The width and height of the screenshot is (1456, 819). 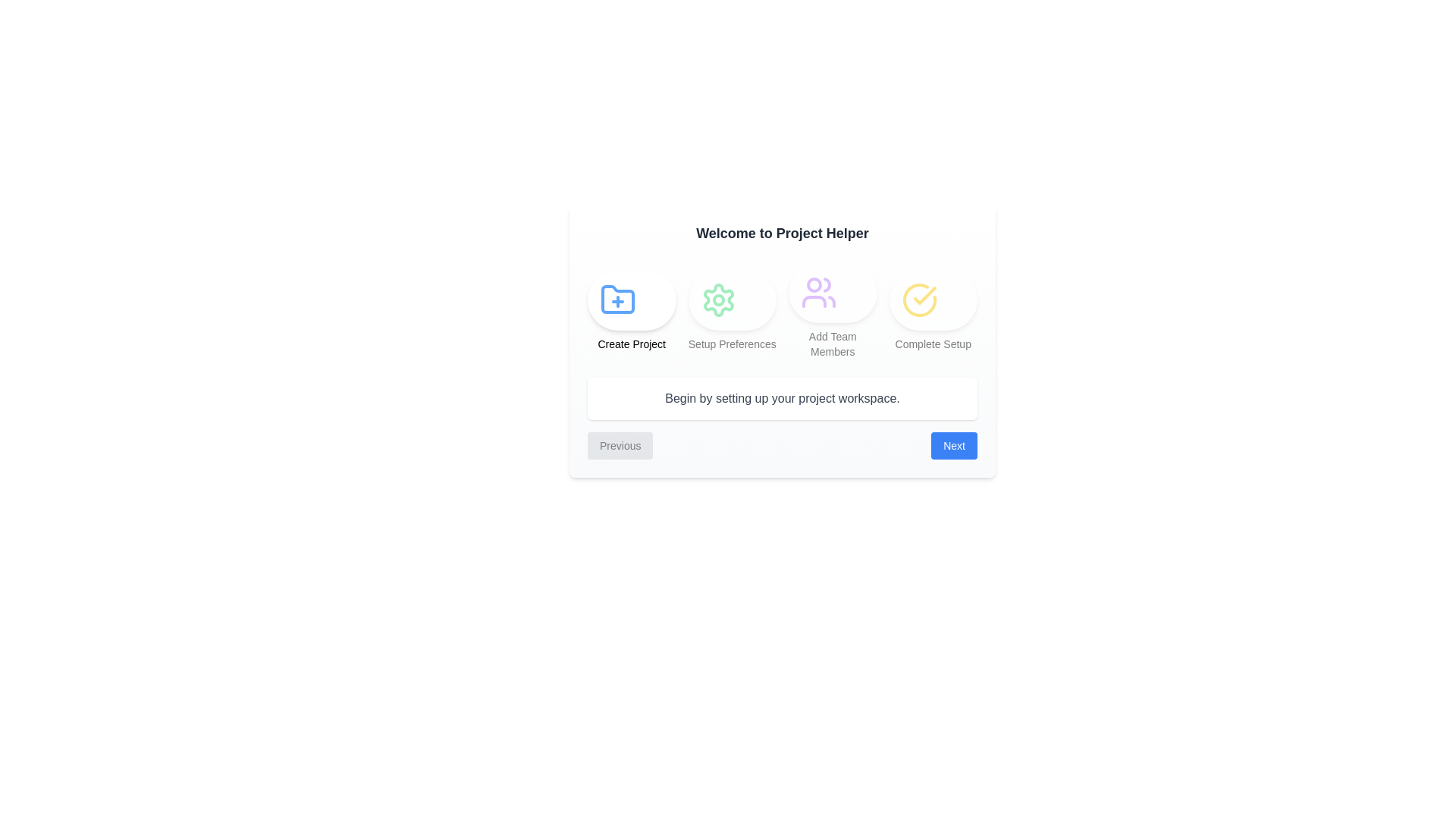 I want to click on the text area displaying the current step's description, so click(x=783, y=397).